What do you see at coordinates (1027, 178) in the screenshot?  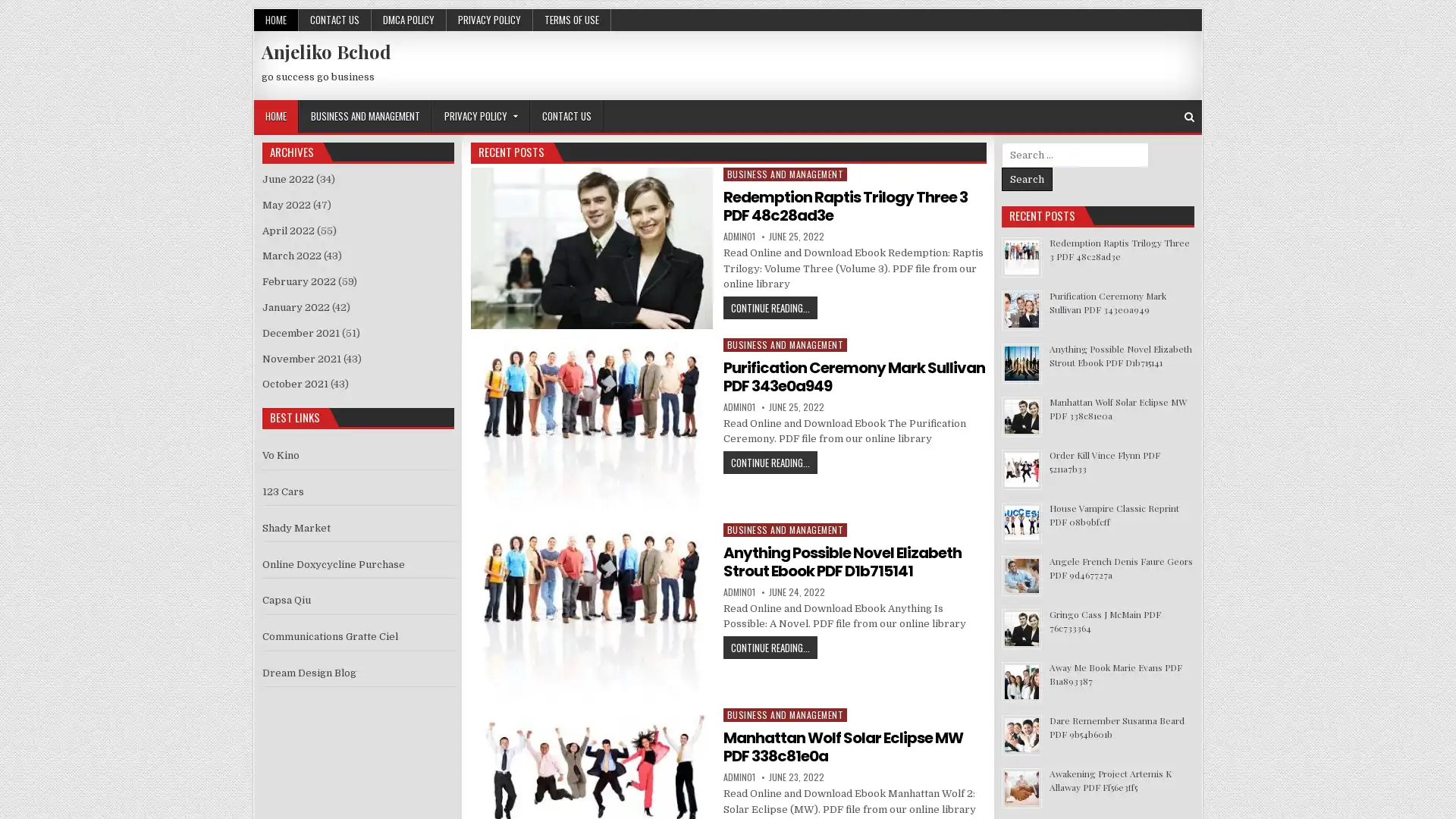 I see `Search` at bounding box center [1027, 178].